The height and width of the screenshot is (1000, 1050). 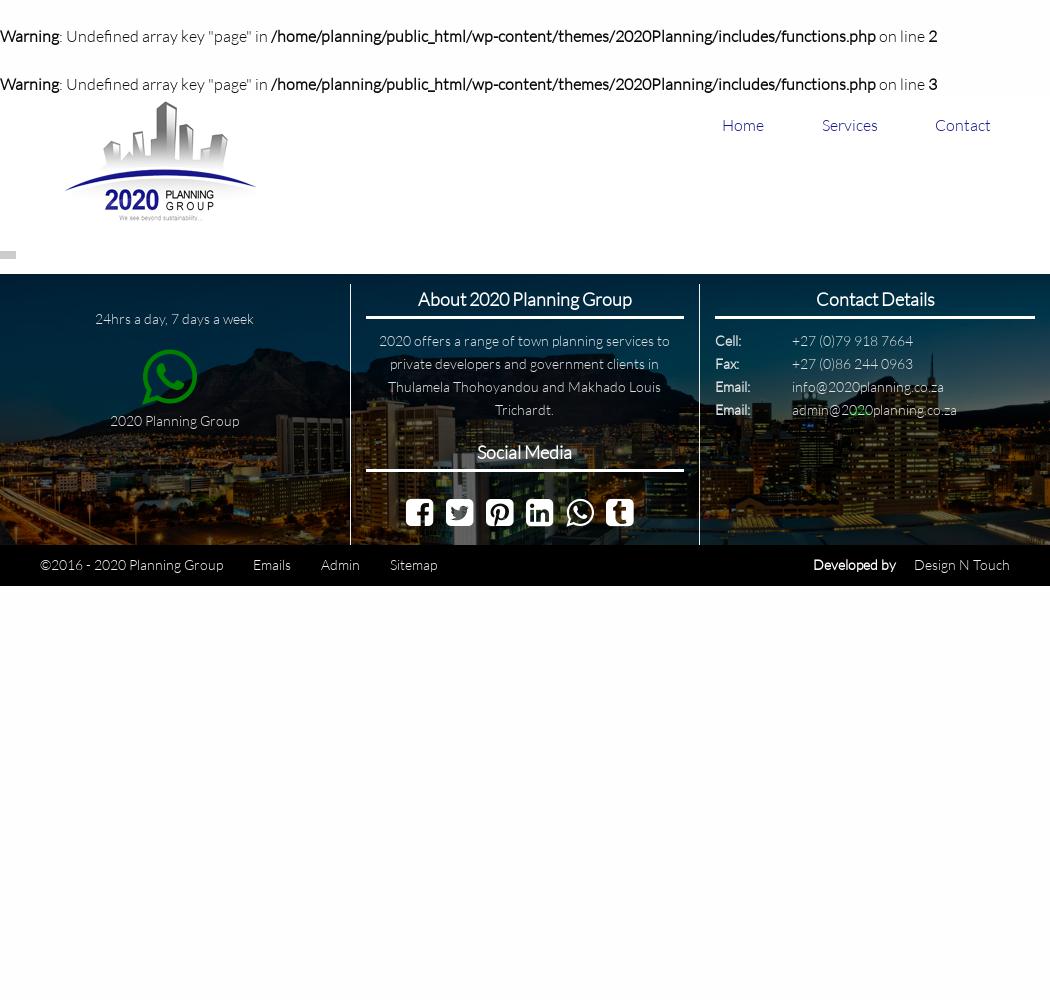 I want to click on '24hrs a day, 7 days a week', so click(x=174, y=317).